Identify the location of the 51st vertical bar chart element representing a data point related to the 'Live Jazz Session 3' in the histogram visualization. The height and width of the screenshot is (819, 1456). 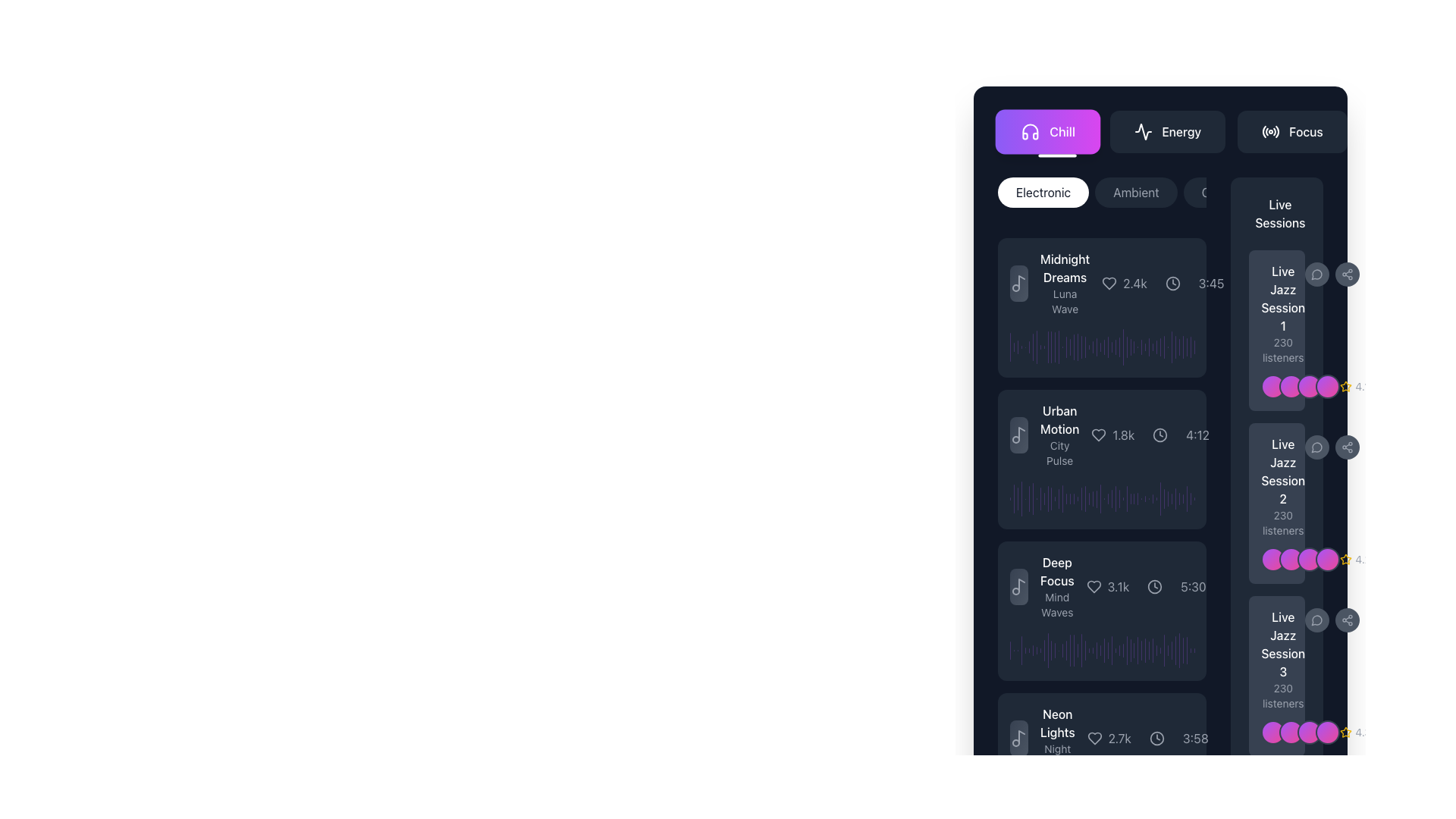
(1186, 801).